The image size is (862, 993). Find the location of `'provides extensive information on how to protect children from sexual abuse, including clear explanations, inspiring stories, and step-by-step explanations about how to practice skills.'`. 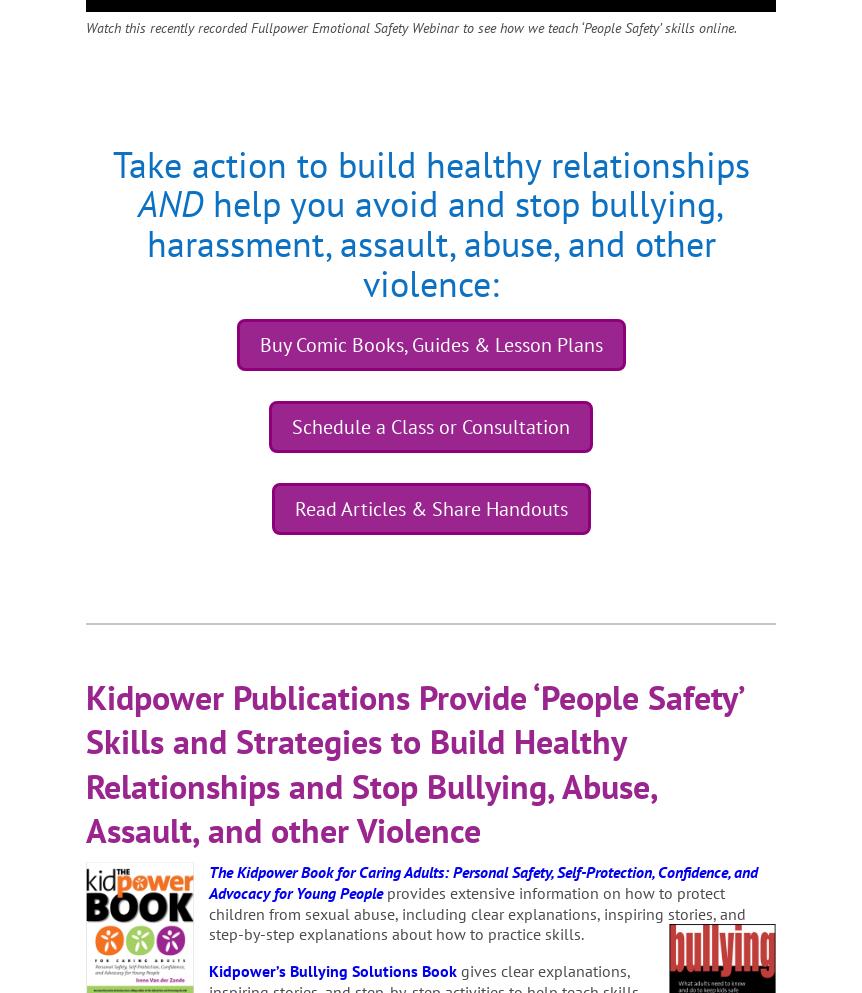

'provides extensive information on how to protect children from sexual abuse, including clear explanations, inspiring stories, and step-by-step explanations about how to practice skills.' is located at coordinates (477, 912).